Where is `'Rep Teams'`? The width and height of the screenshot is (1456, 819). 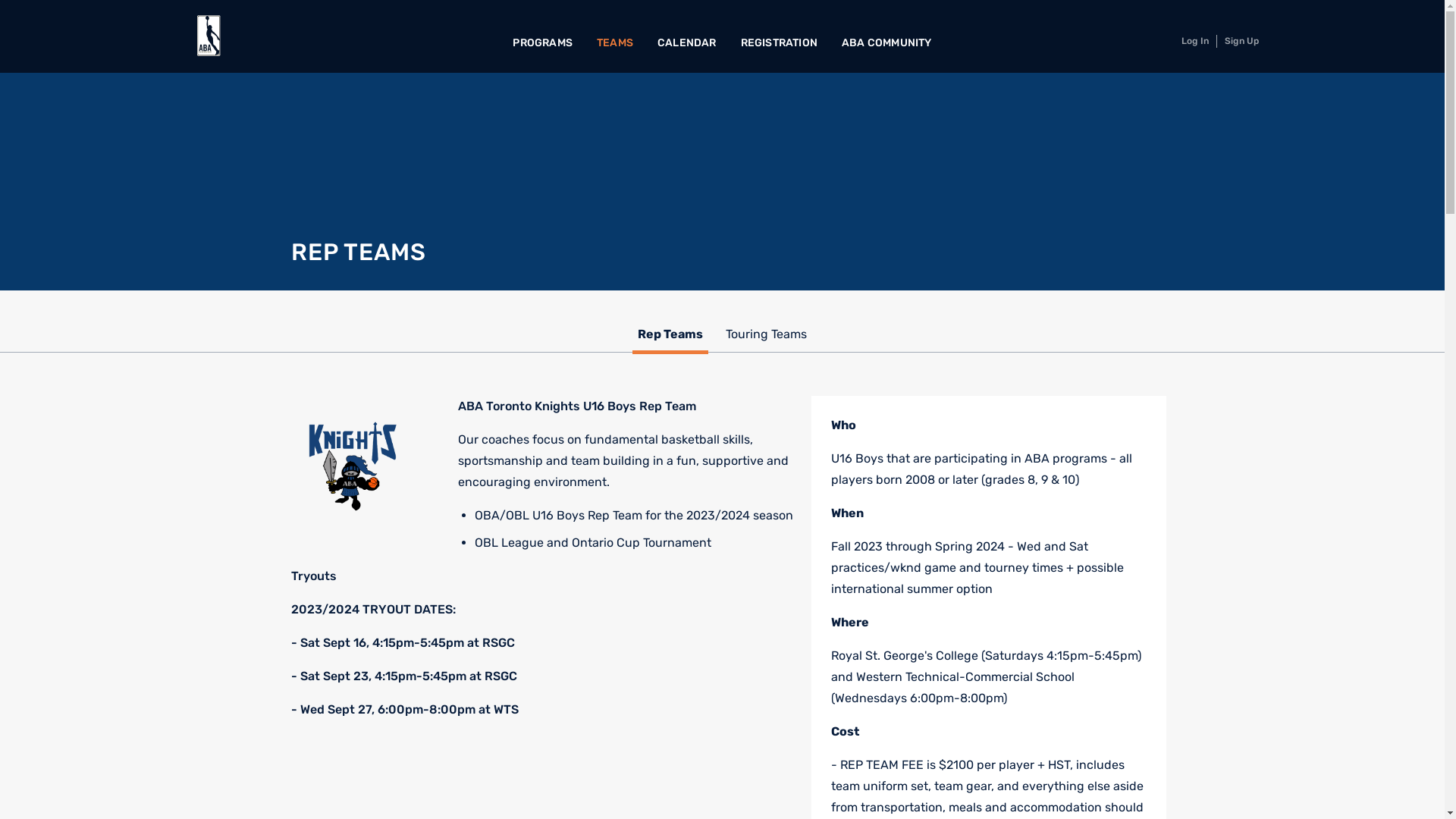
'Rep Teams' is located at coordinates (669, 335).